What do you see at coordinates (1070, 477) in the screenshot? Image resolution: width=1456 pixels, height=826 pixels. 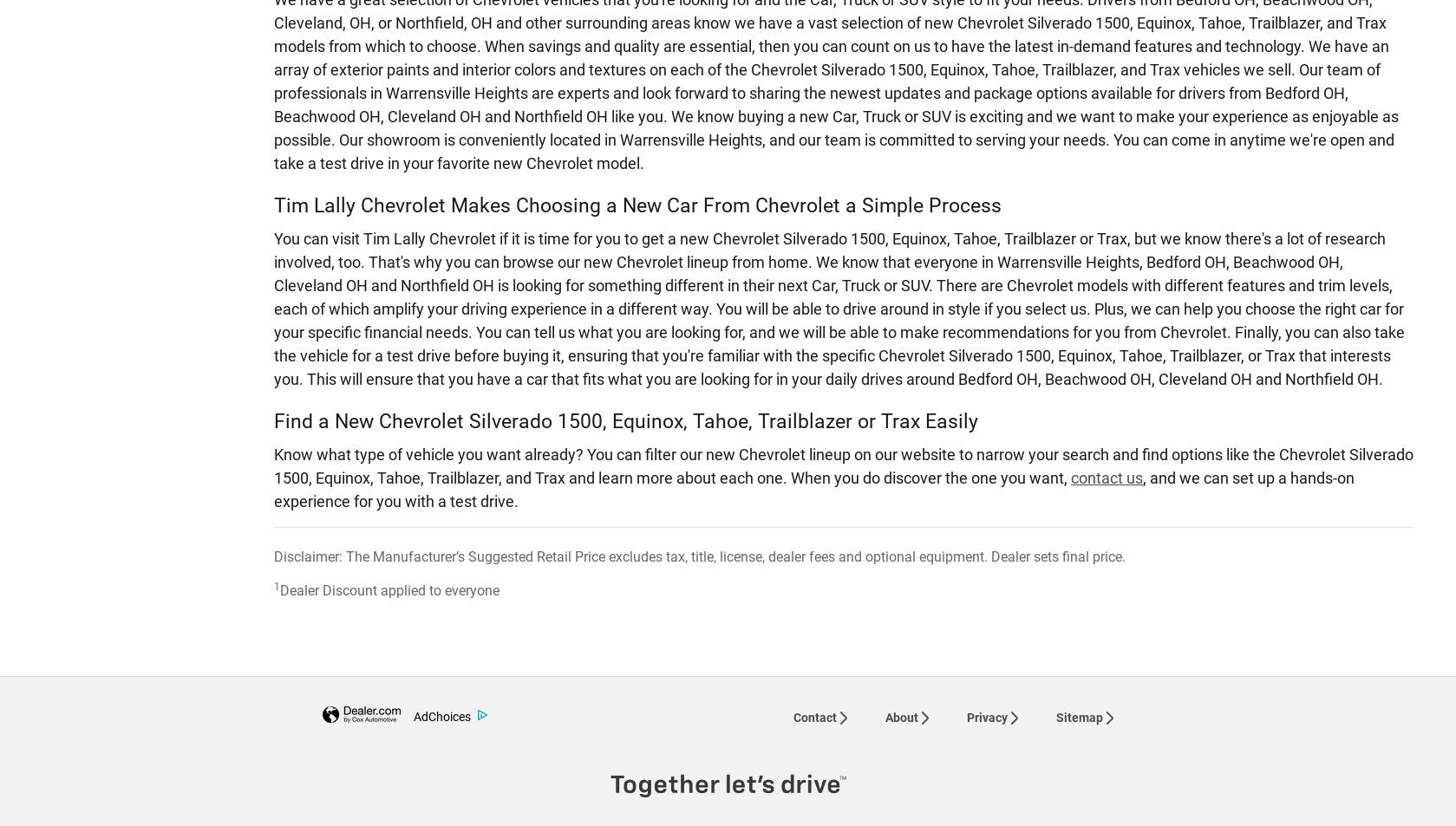 I see `'contact us'` at bounding box center [1070, 477].